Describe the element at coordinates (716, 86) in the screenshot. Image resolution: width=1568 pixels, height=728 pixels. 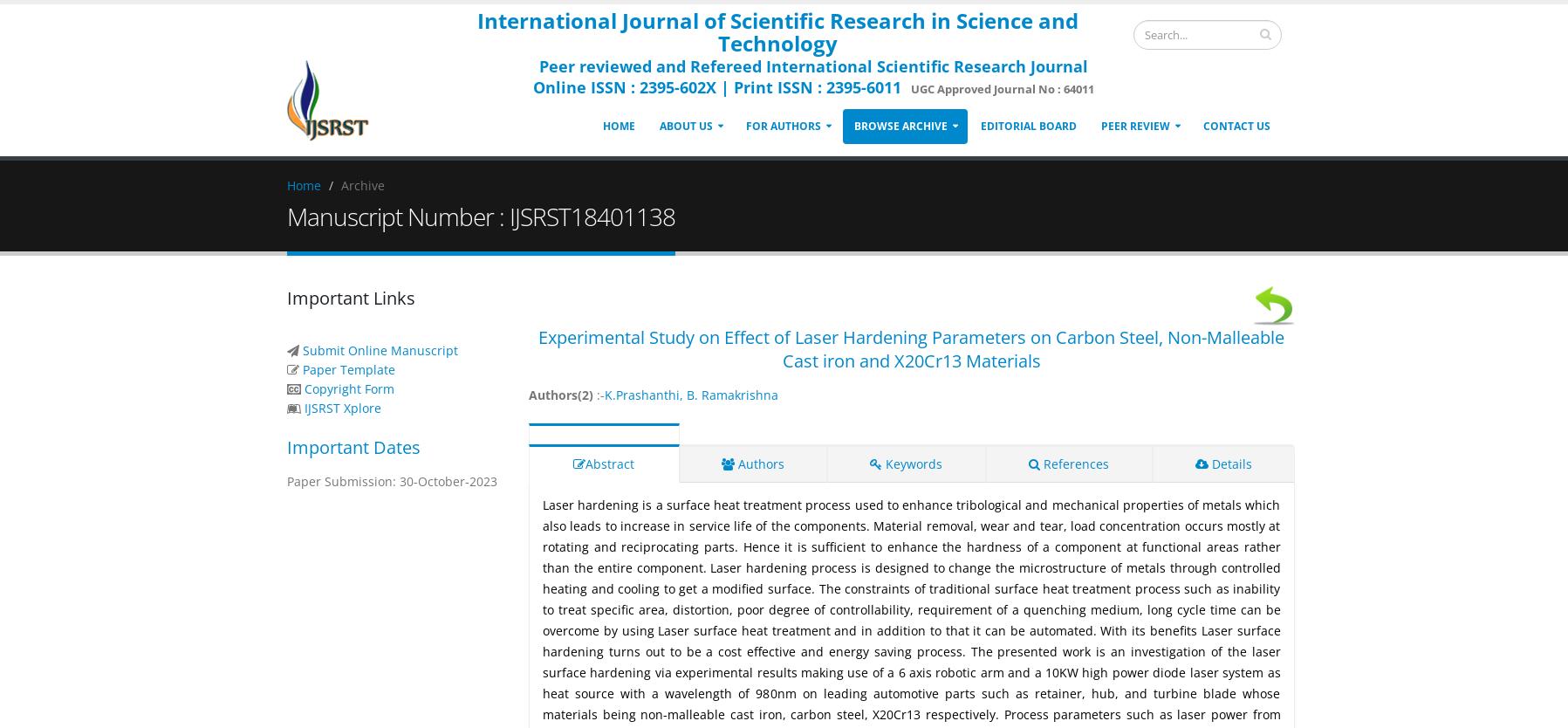
I see `'Online ISSN : 2395-602X | Print ISSN : 2395-6011'` at that location.